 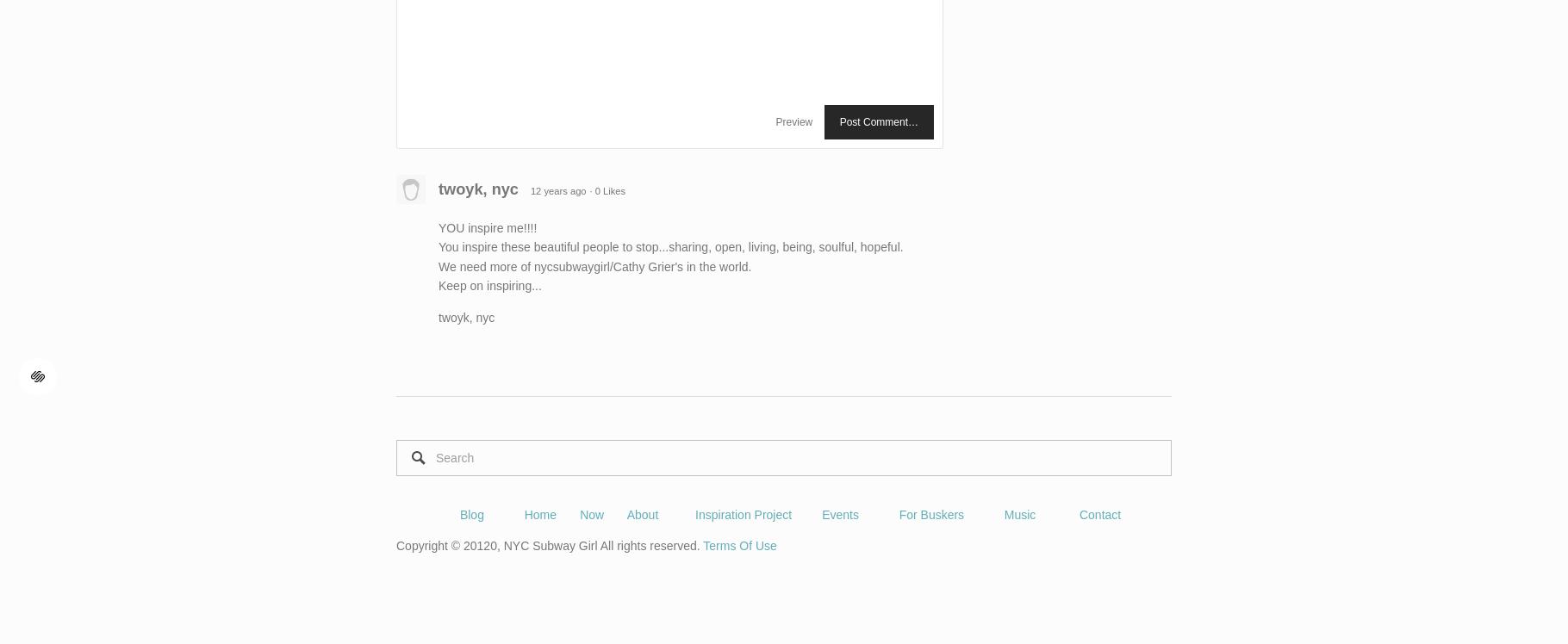 I want to click on 'Preview', so click(x=775, y=121).